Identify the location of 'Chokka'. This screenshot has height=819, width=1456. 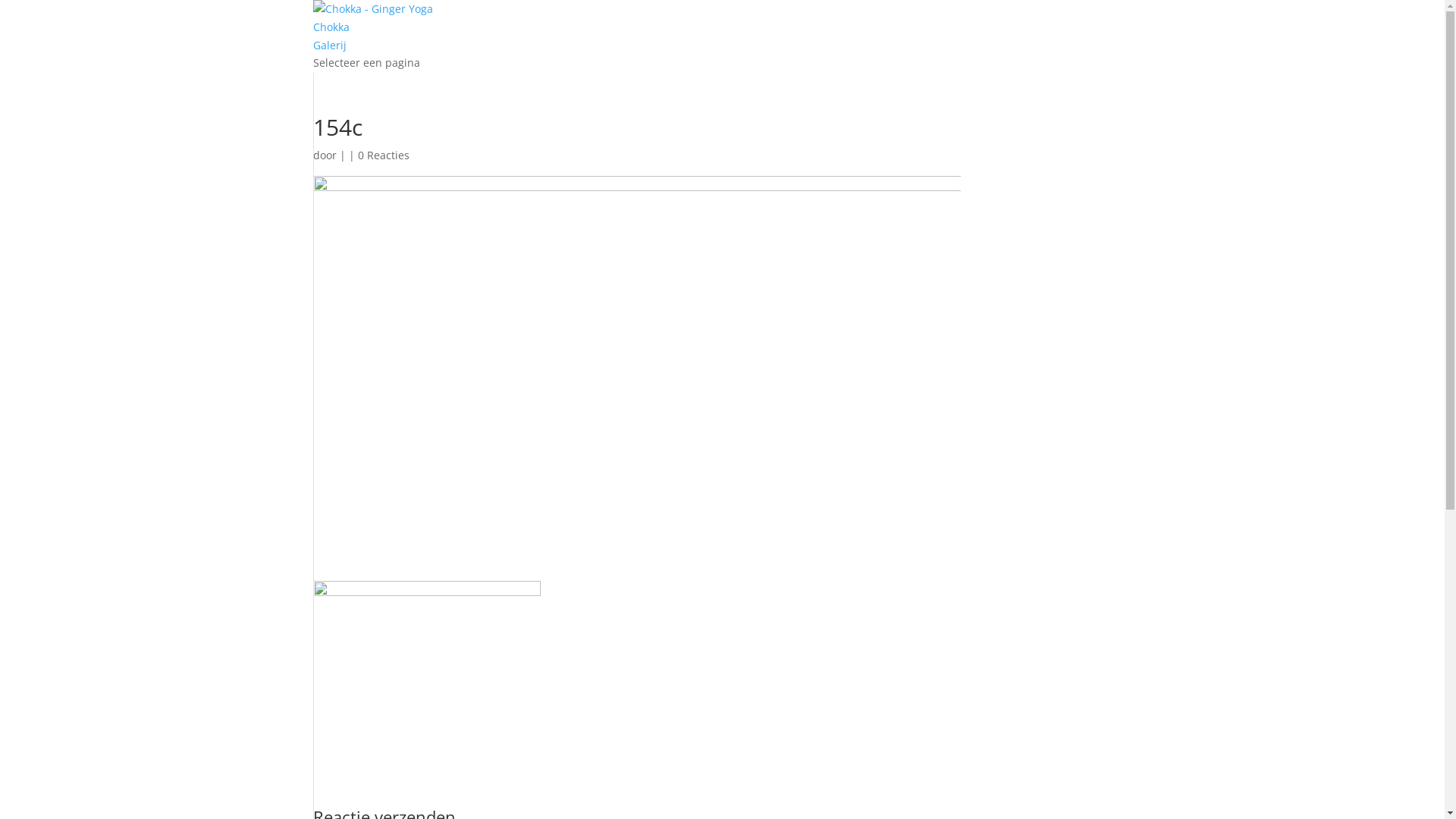
(312, 27).